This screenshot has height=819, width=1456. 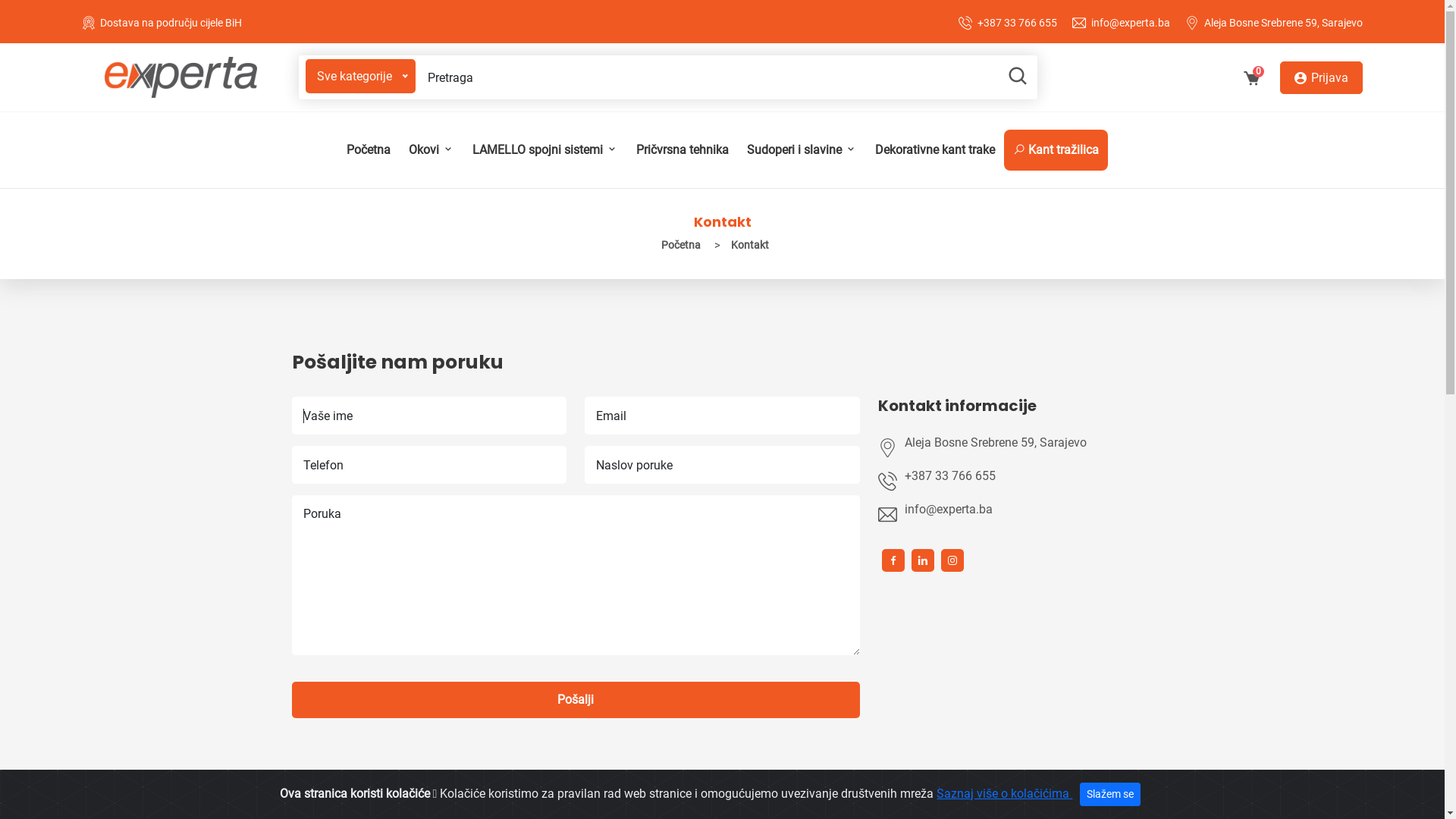 What do you see at coordinates (429, 149) in the screenshot?
I see `'Okovi'` at bounding box center [429, 149].